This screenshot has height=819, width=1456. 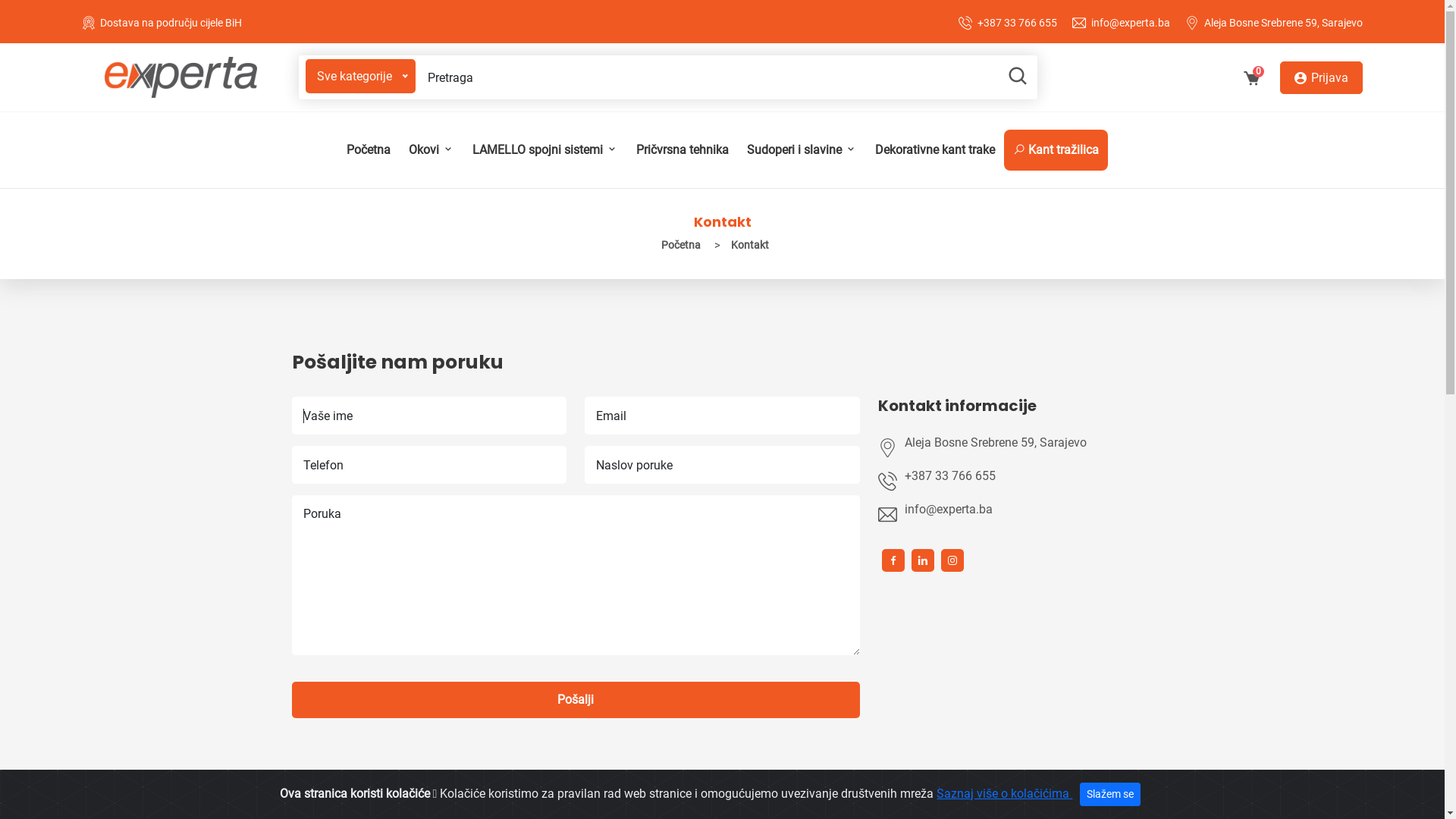 What do you see at coordinates (429, 149) in the screenshot?
I see `'Okovi'` at bounding box center [429, 149].